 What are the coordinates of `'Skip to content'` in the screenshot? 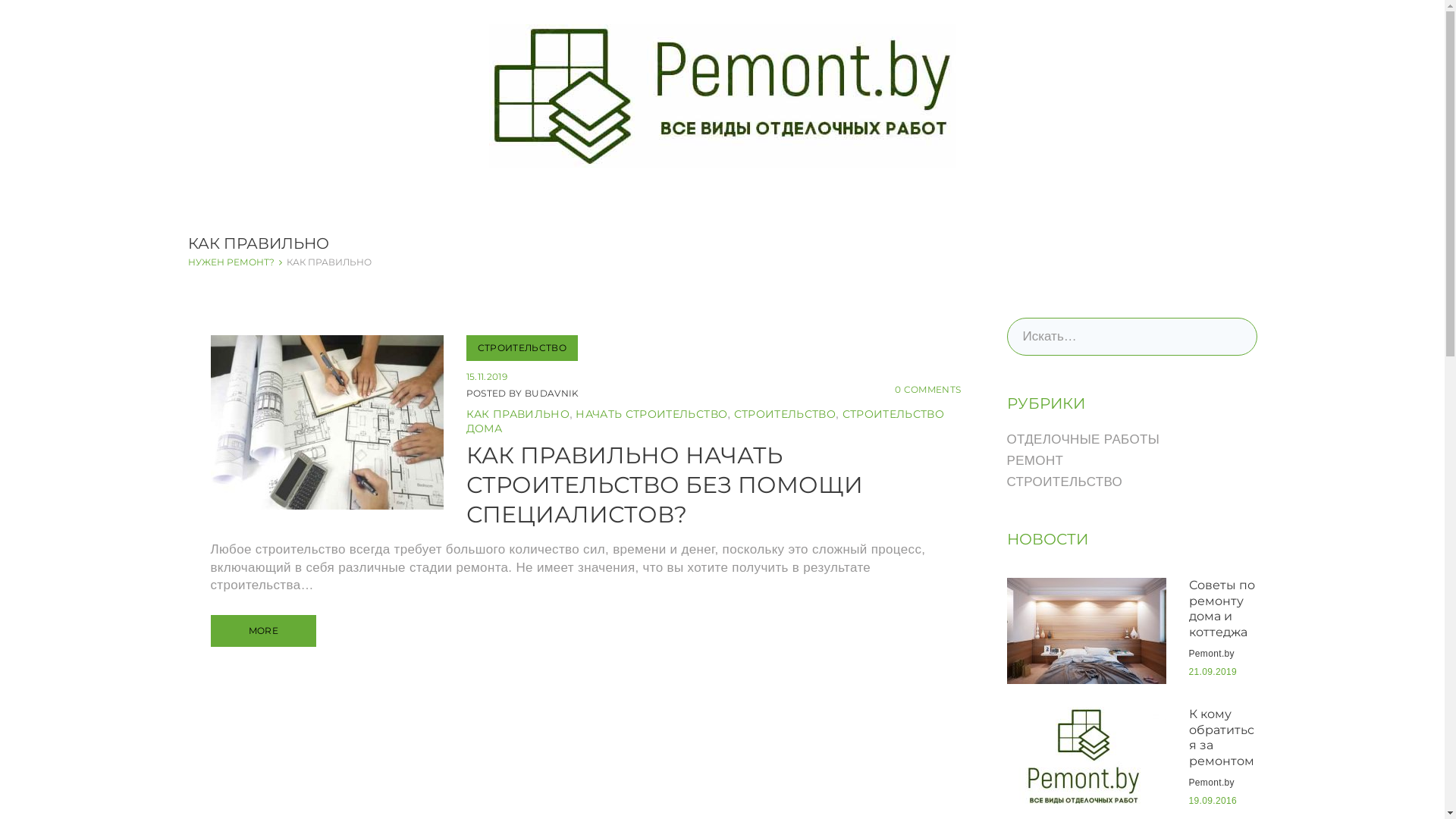 It's located at (0, 0).